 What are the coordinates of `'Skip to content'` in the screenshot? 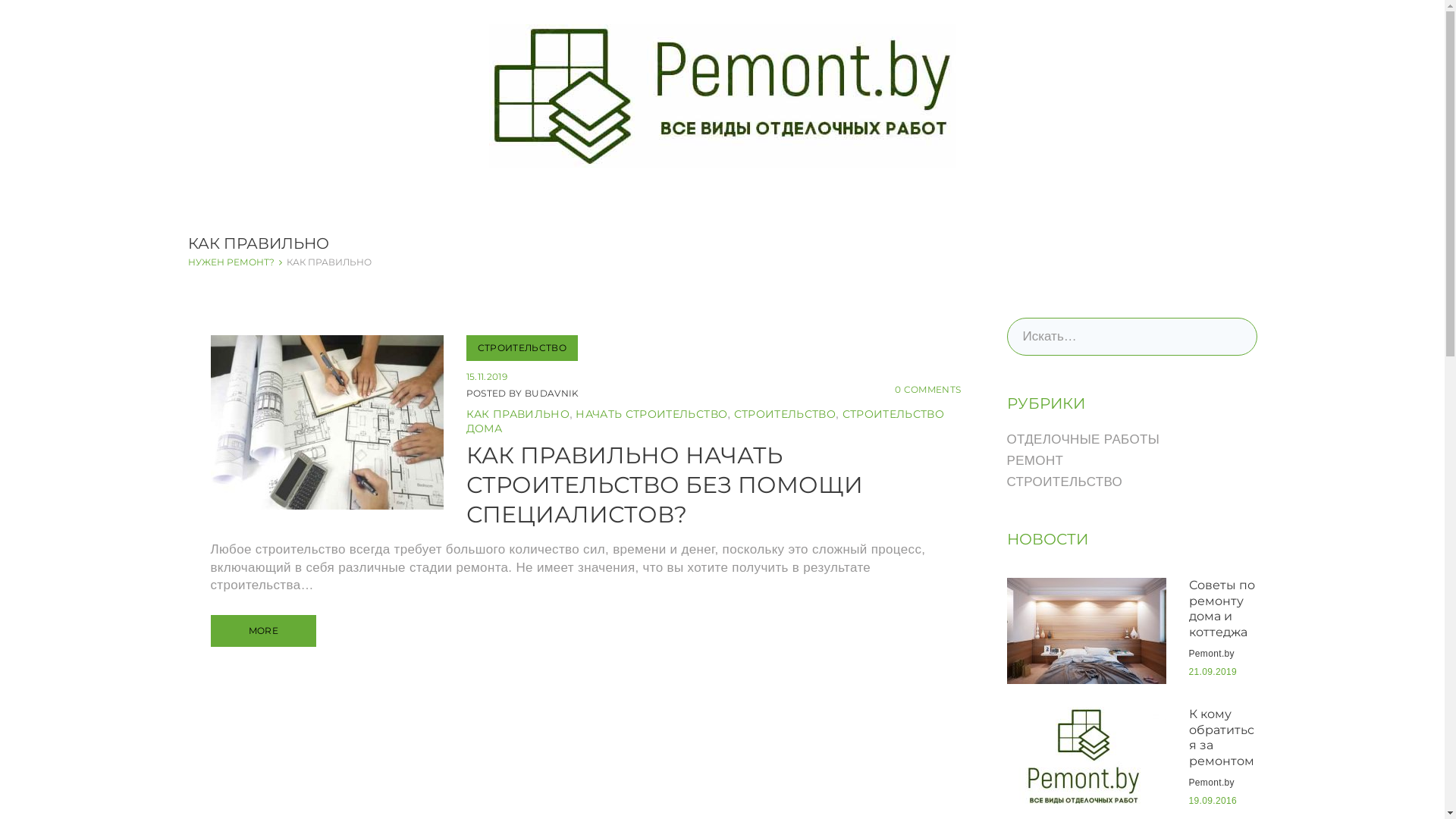 It's located at (0, 0).